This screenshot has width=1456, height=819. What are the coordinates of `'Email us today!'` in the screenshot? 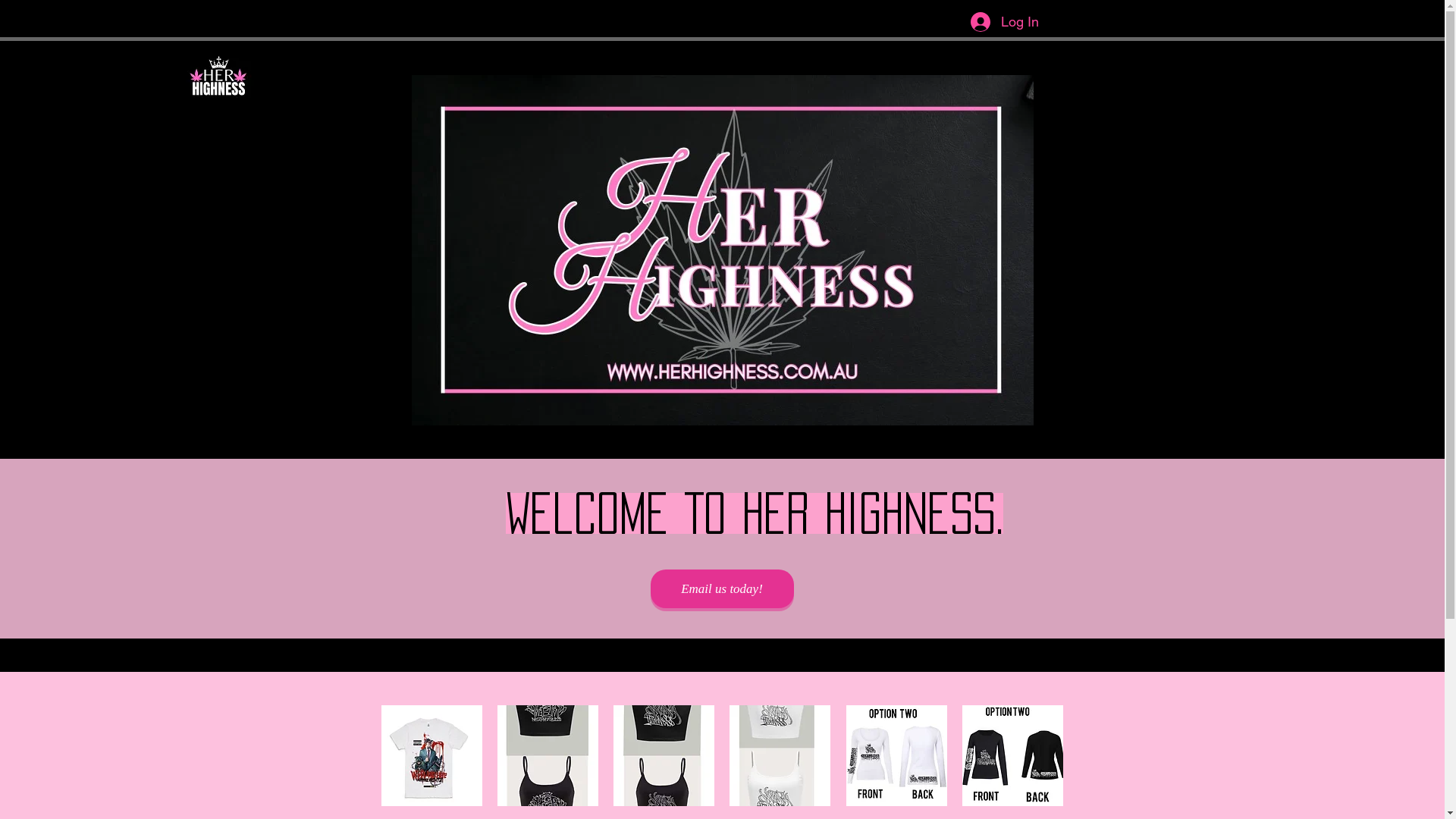 It's located at (651, 588).